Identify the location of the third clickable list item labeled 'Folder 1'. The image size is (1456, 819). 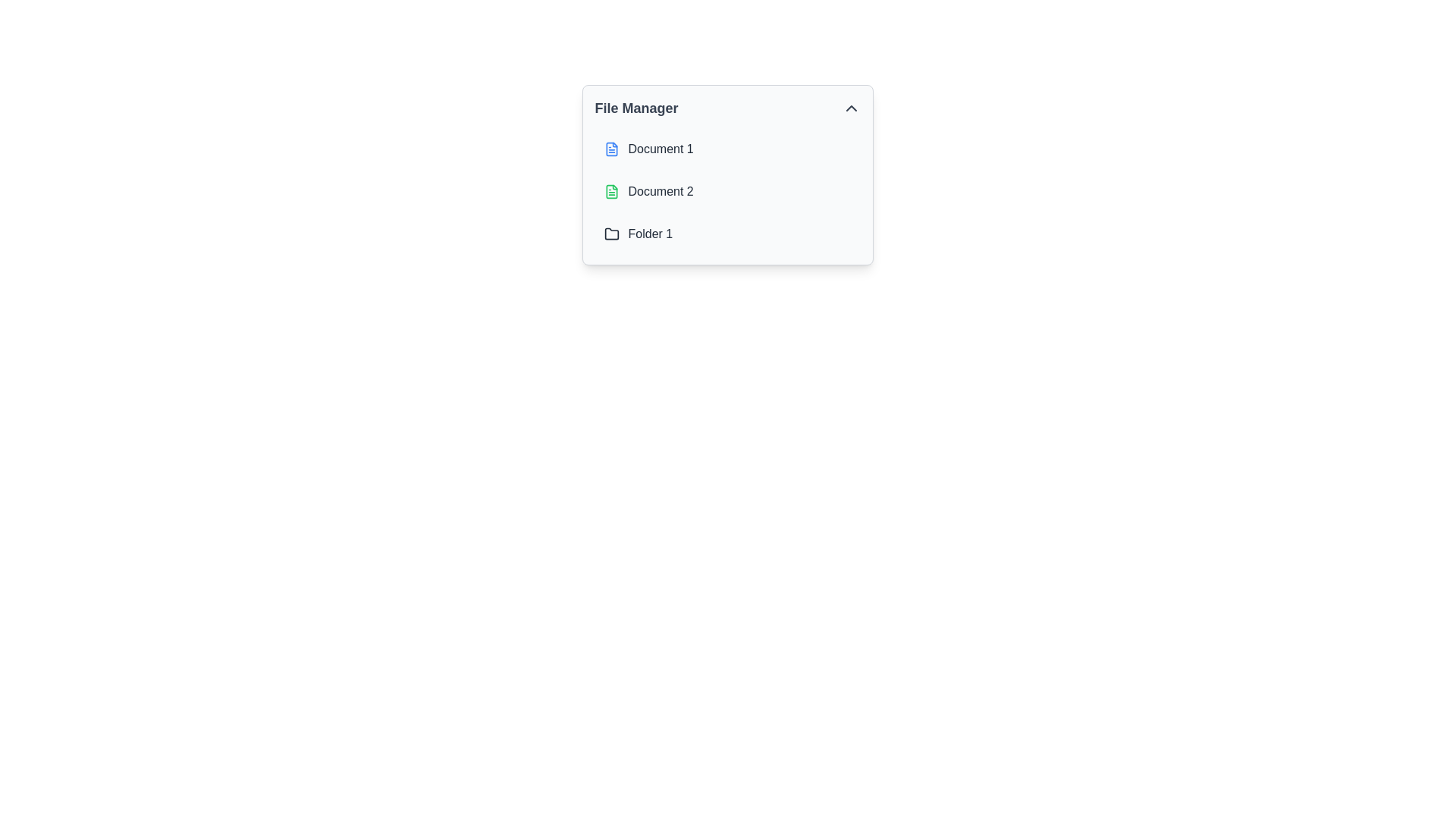
(726, 234).